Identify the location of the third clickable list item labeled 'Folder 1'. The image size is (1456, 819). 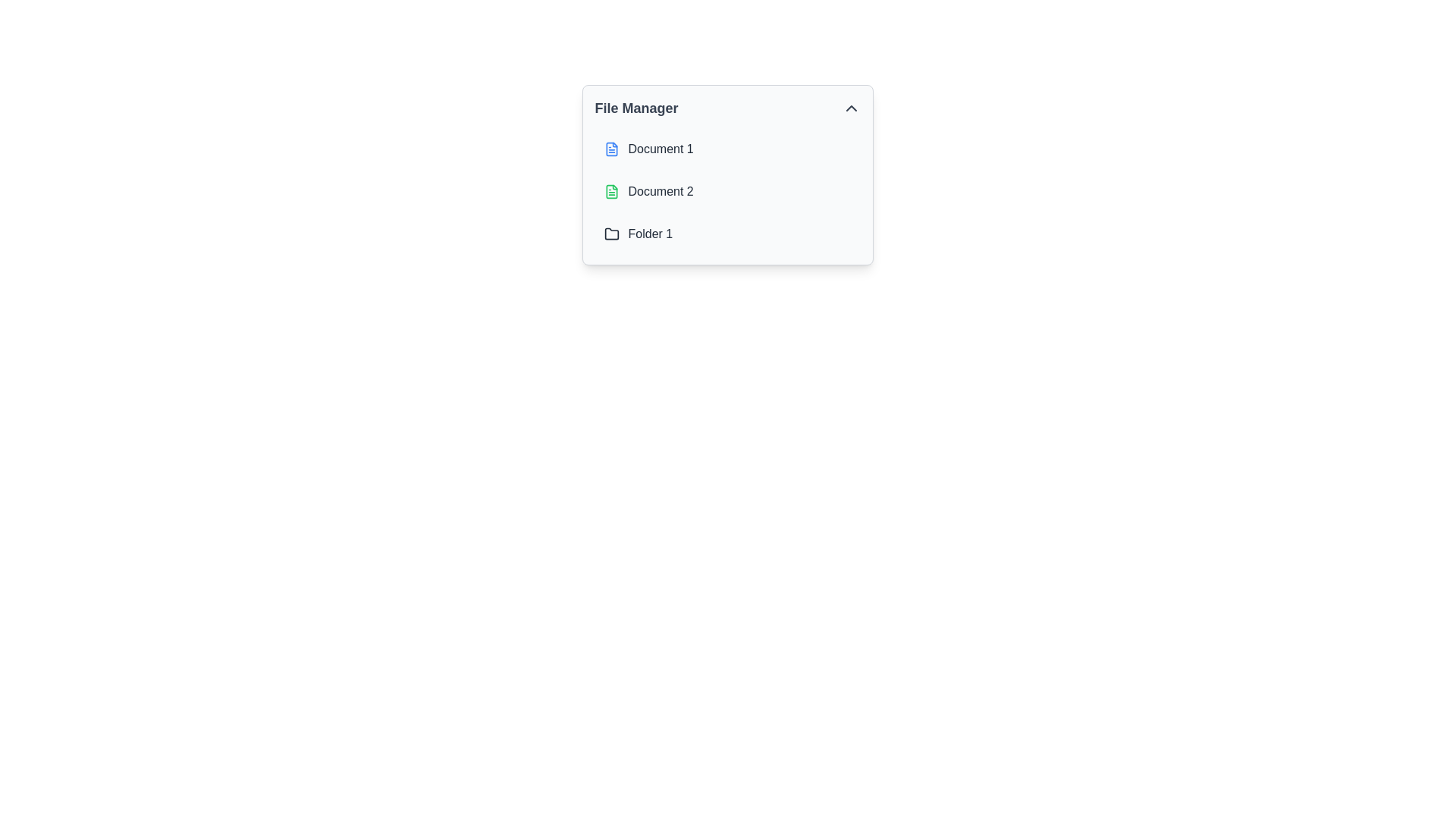
(726, 234).